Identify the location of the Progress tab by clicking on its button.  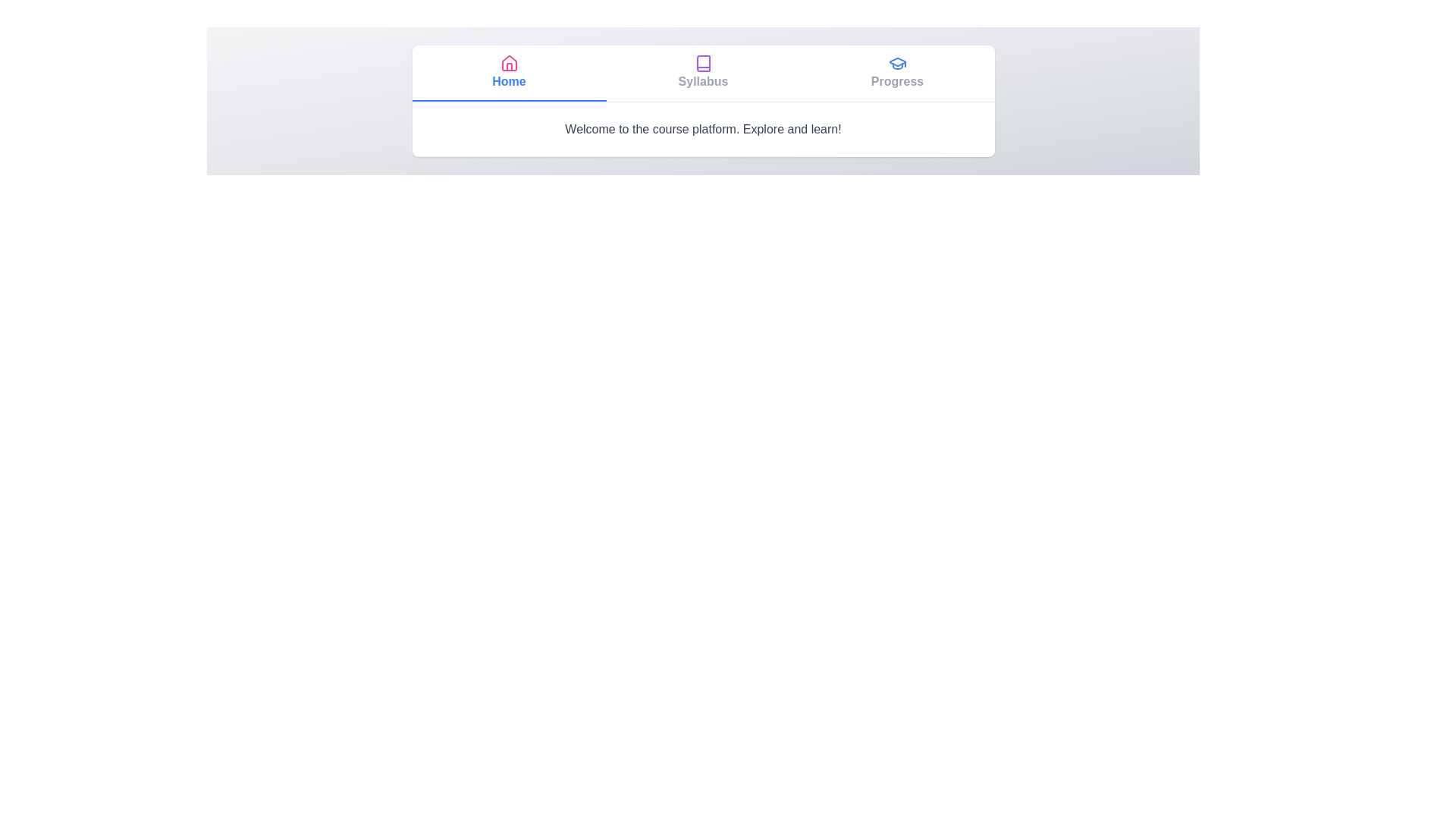
(897, 73).